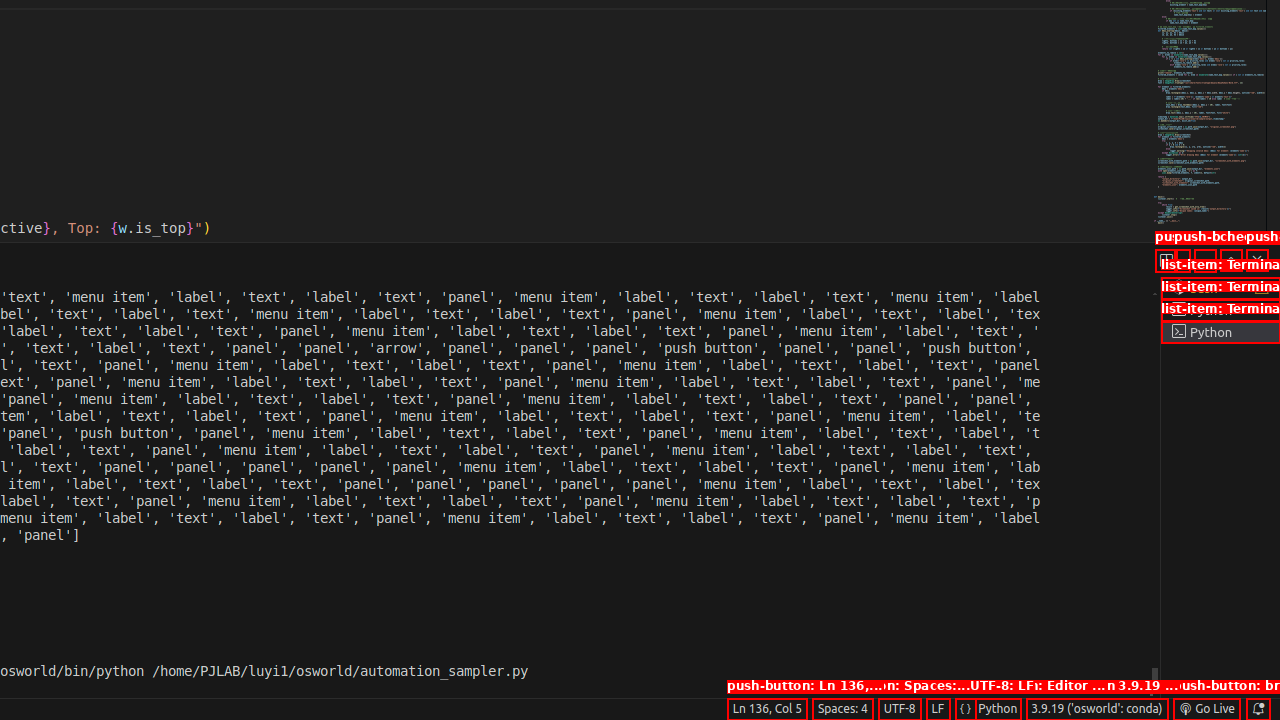  Describe the element at coordinates (842, 707) in the screenshot. I see `'Spaces: 4'` at that location.